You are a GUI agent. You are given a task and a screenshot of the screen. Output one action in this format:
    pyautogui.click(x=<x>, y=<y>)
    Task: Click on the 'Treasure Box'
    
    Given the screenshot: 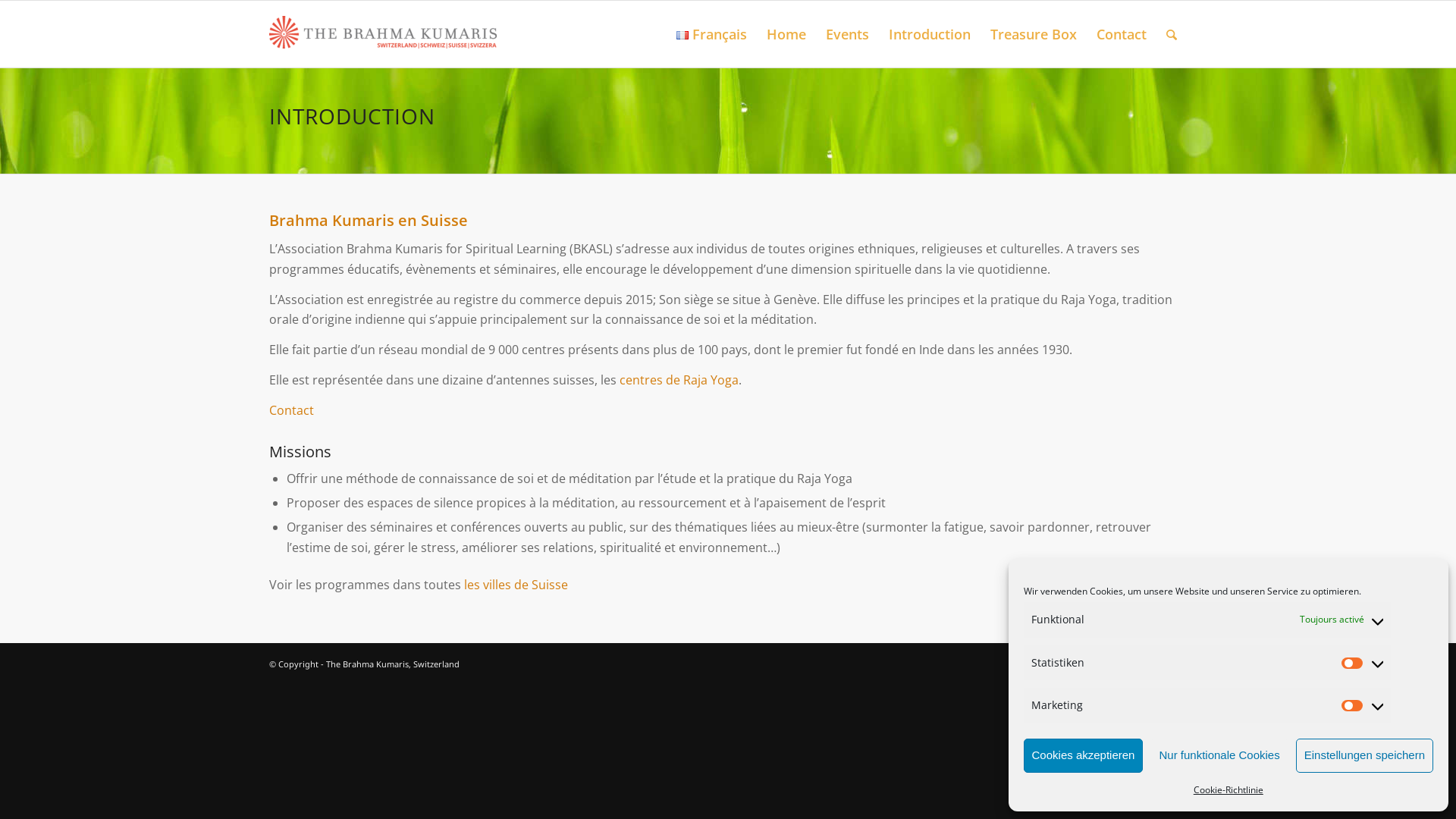 What is the action you would take?
    pyautogui.click(x=1033, y=34)
    